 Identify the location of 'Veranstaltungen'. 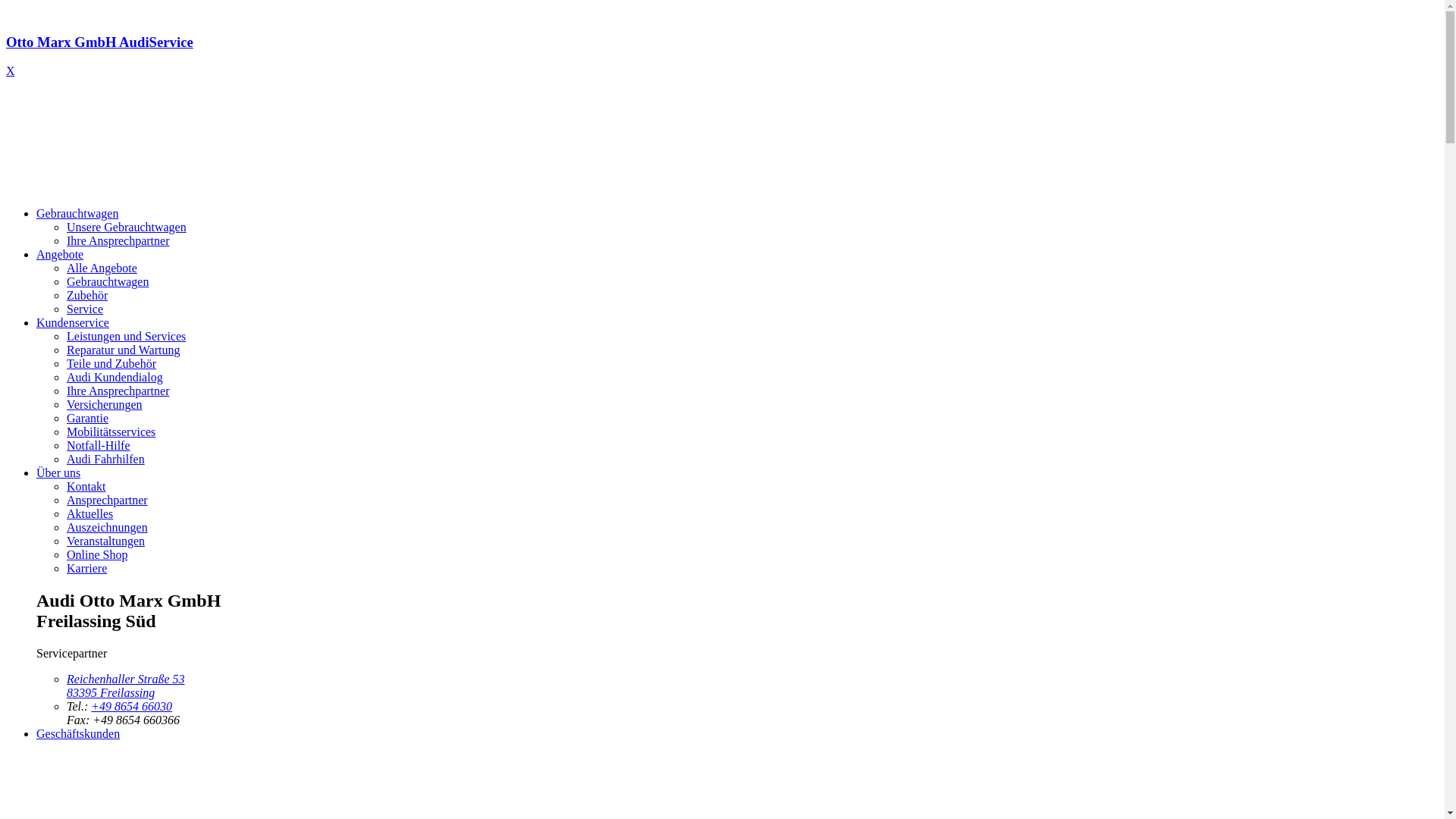
(105, 540).